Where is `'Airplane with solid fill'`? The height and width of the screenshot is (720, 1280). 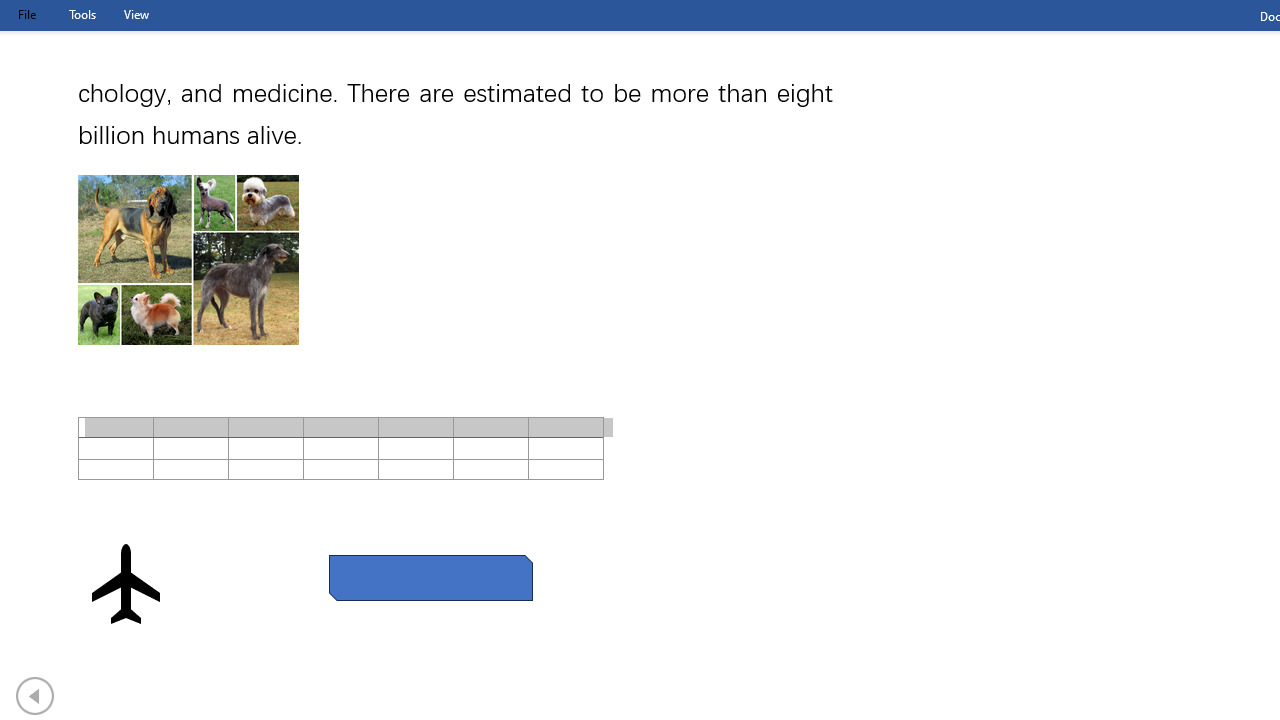 'Airplane with solid fill' is located at coordinates (125, 583).